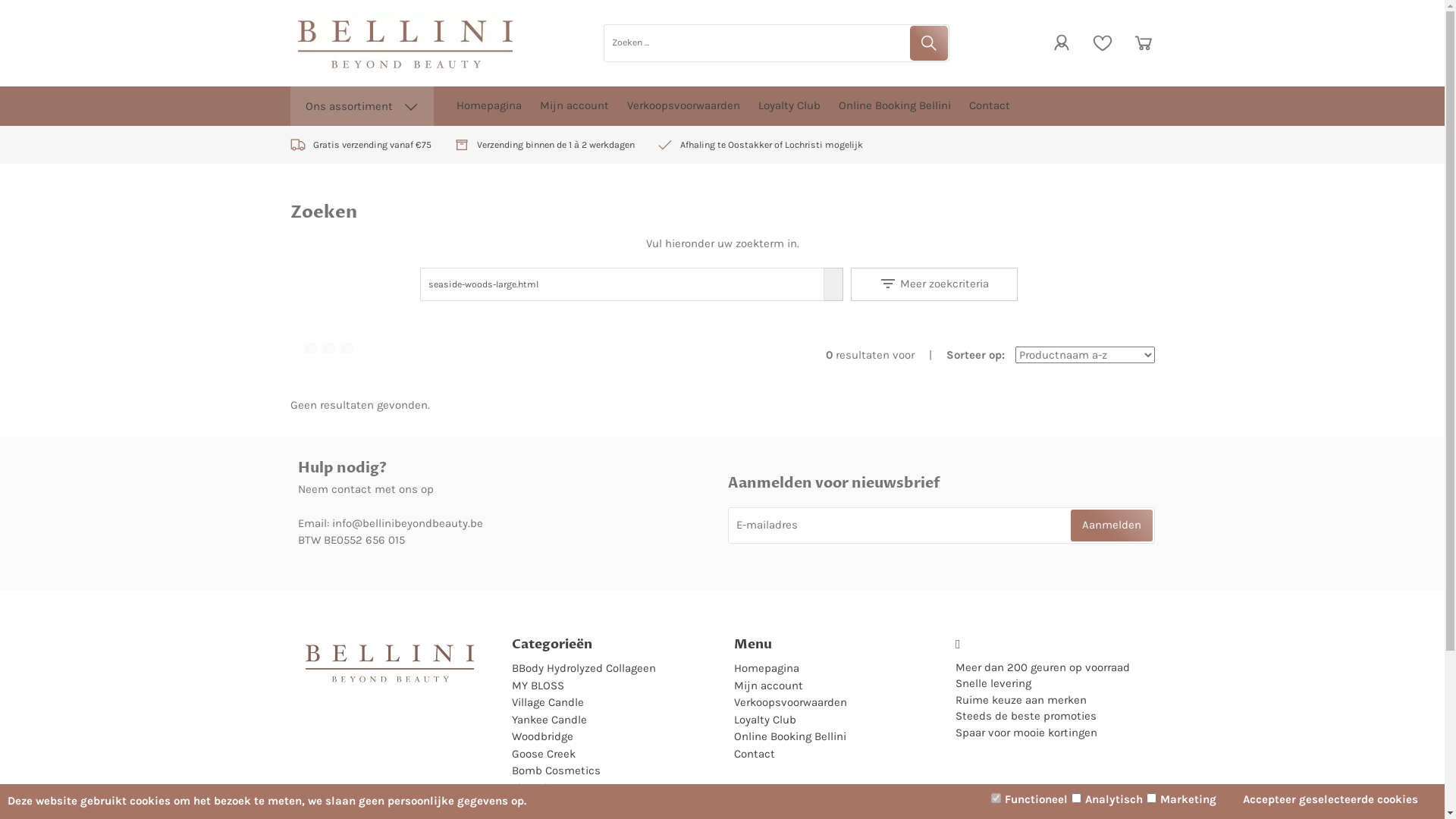 This screenshot has height=819, width=1456. What do you see at coordinates (789, 105) in the screenshot?
I see `'Loyalty Club'` at bounding box center [789, 105].